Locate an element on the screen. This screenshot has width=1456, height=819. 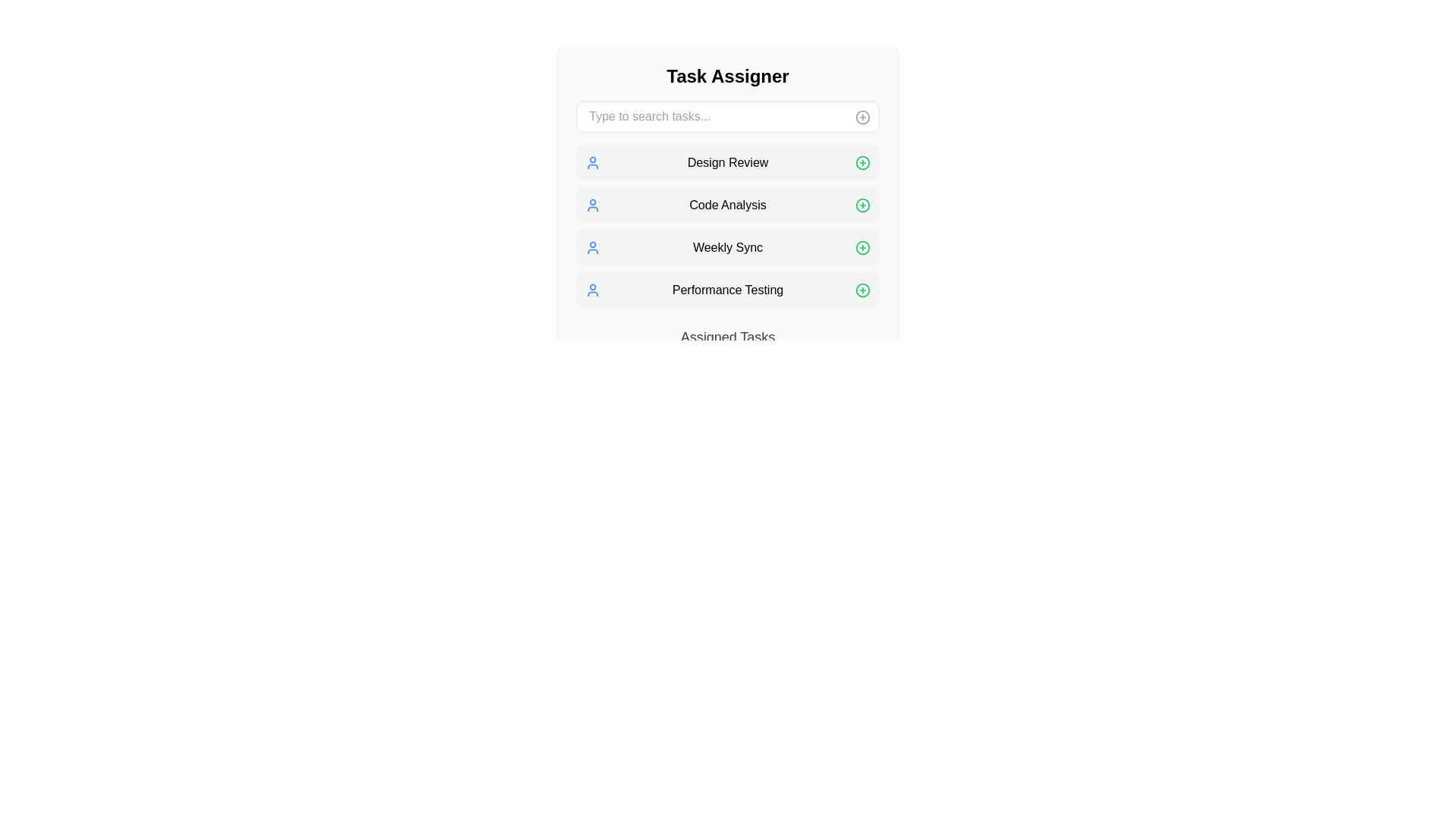
the button related to the 'Design Review' task located to the far right of the row, visually separate from the text and other icons is located at coordinates (862, 163).